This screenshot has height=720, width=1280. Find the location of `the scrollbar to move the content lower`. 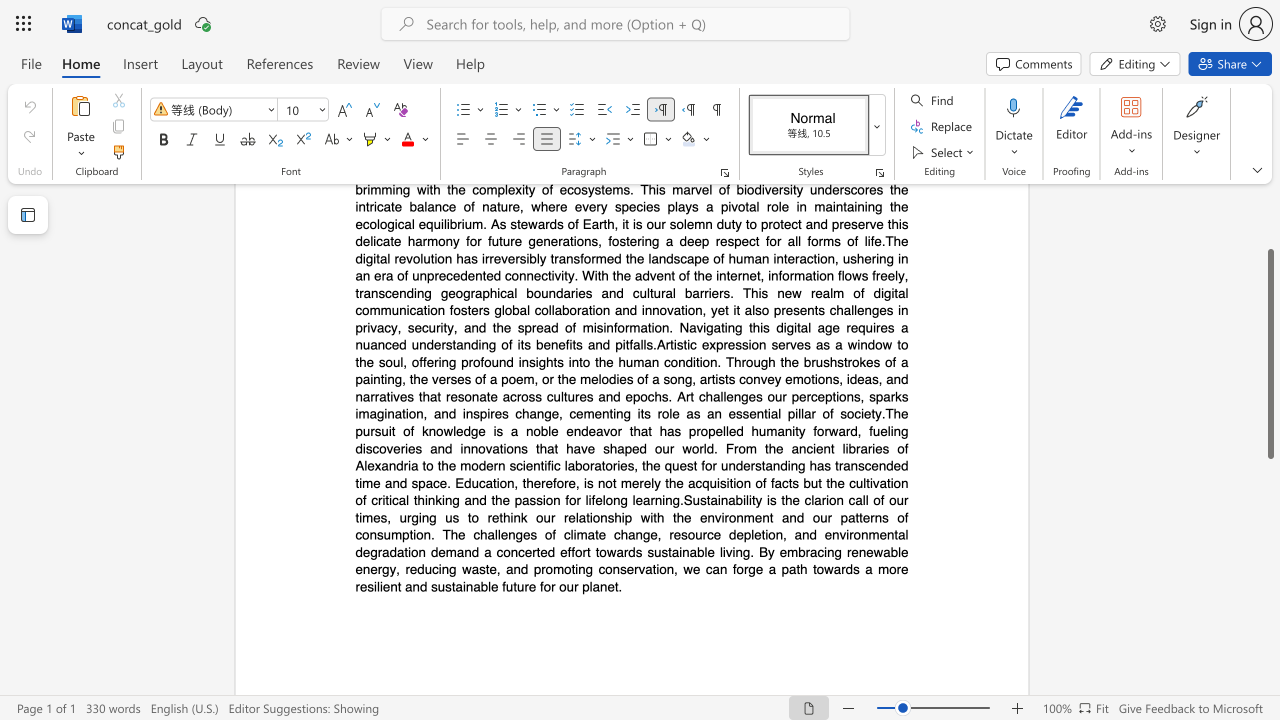

the scrollbar to move the content lower is located at coordinates (1269, 540).